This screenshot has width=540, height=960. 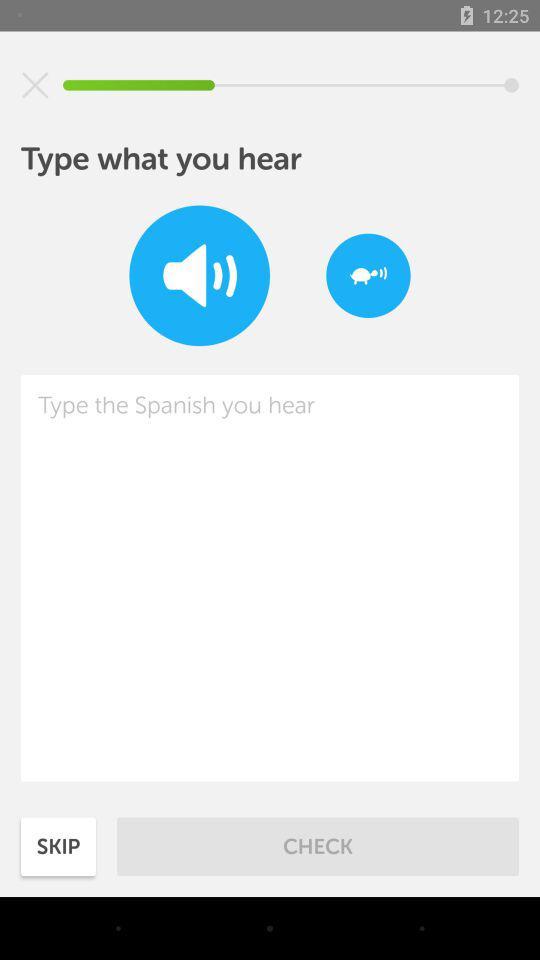 What do you see at coordinates (58, 845) in the screenshot?
I see `skip` at bounding box center [58, 845].